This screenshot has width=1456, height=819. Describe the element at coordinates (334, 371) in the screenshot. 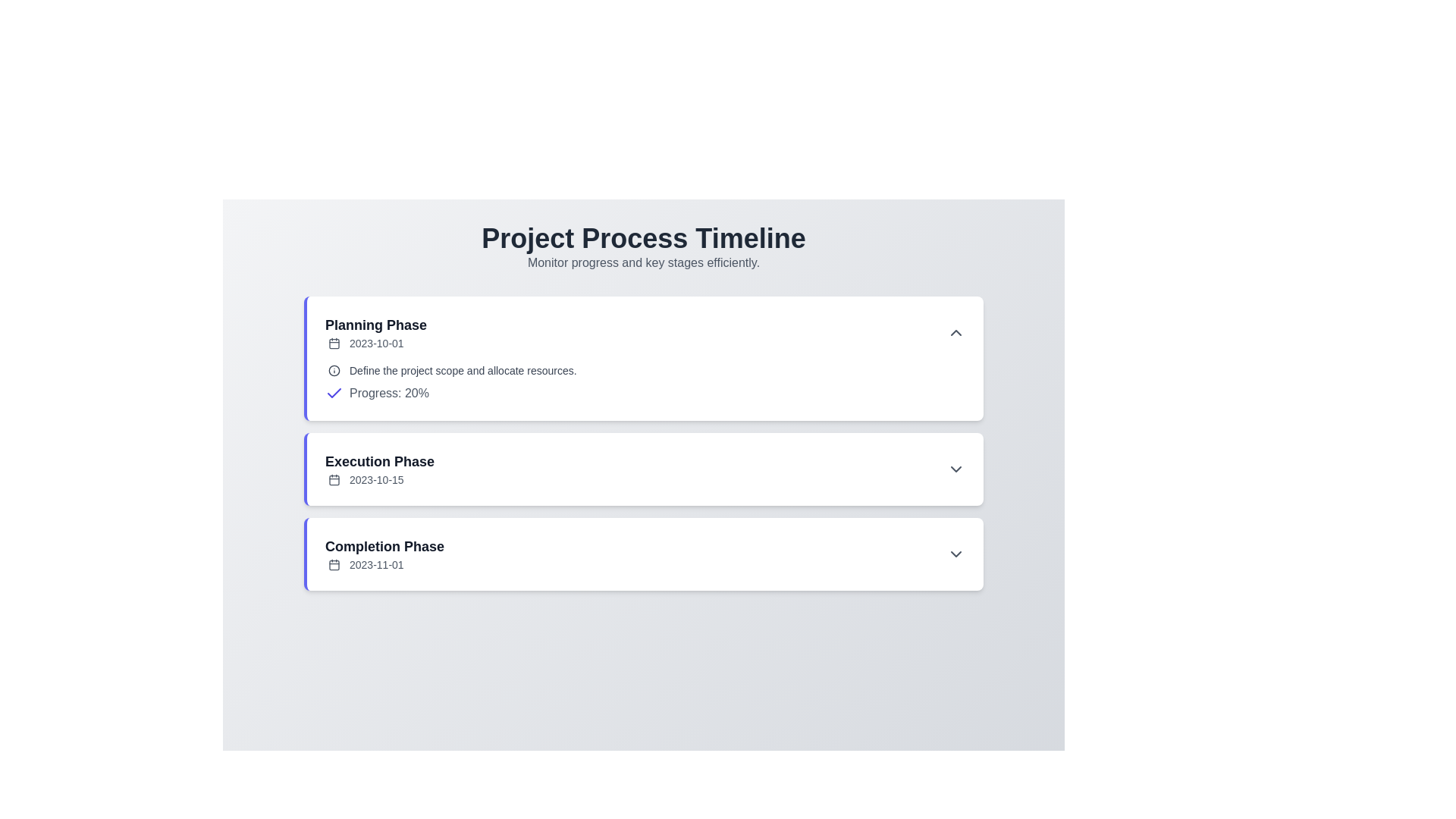

I see `the largest circle element in the SVG graphic that represents an information icon, located to the left of timeline items' descriptions` at that location.